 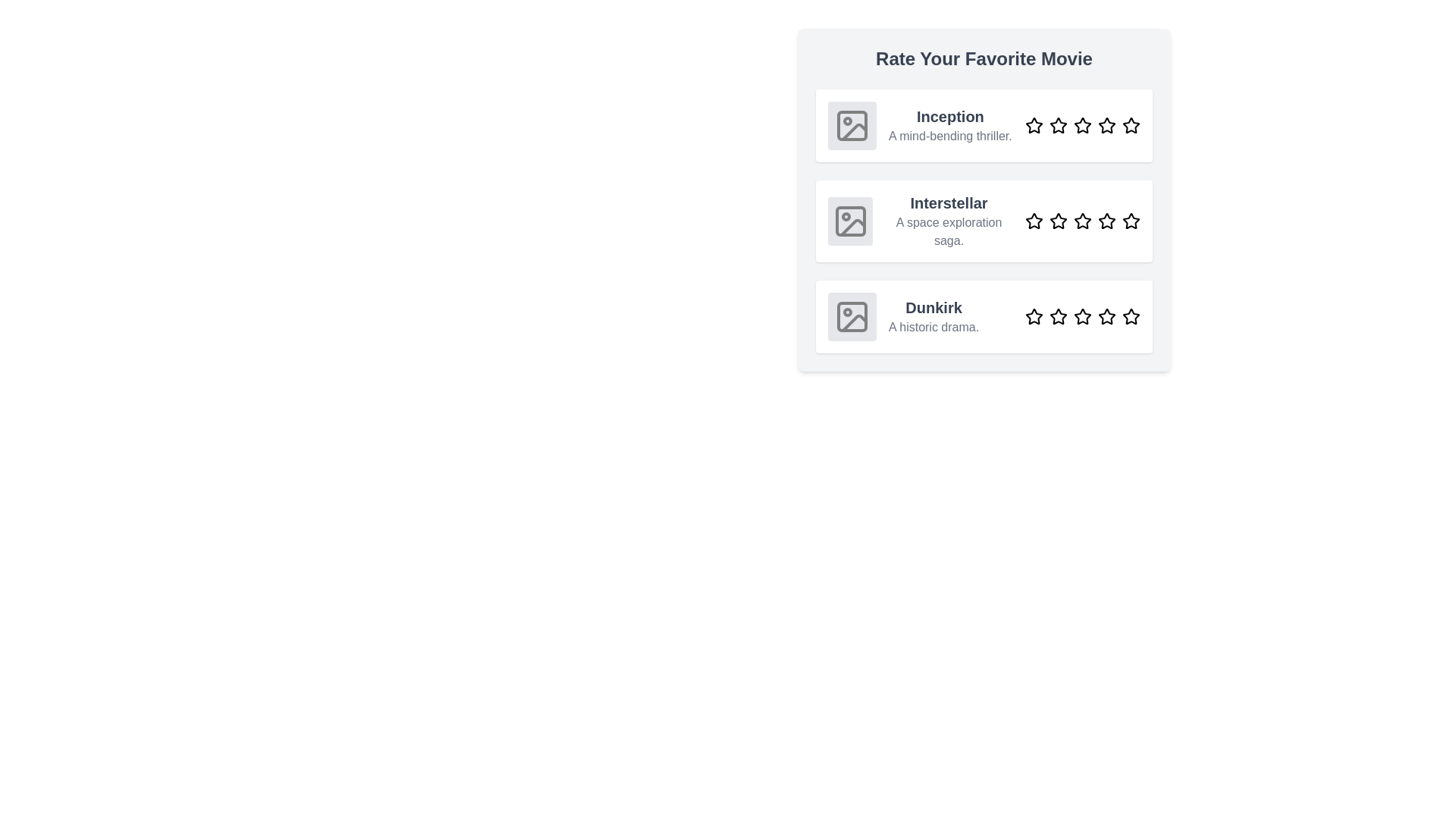 What do you see at coordinates (1106, 315) in the screenshot?
I see `the fourth star icon` at bounding box center [1106, 315].